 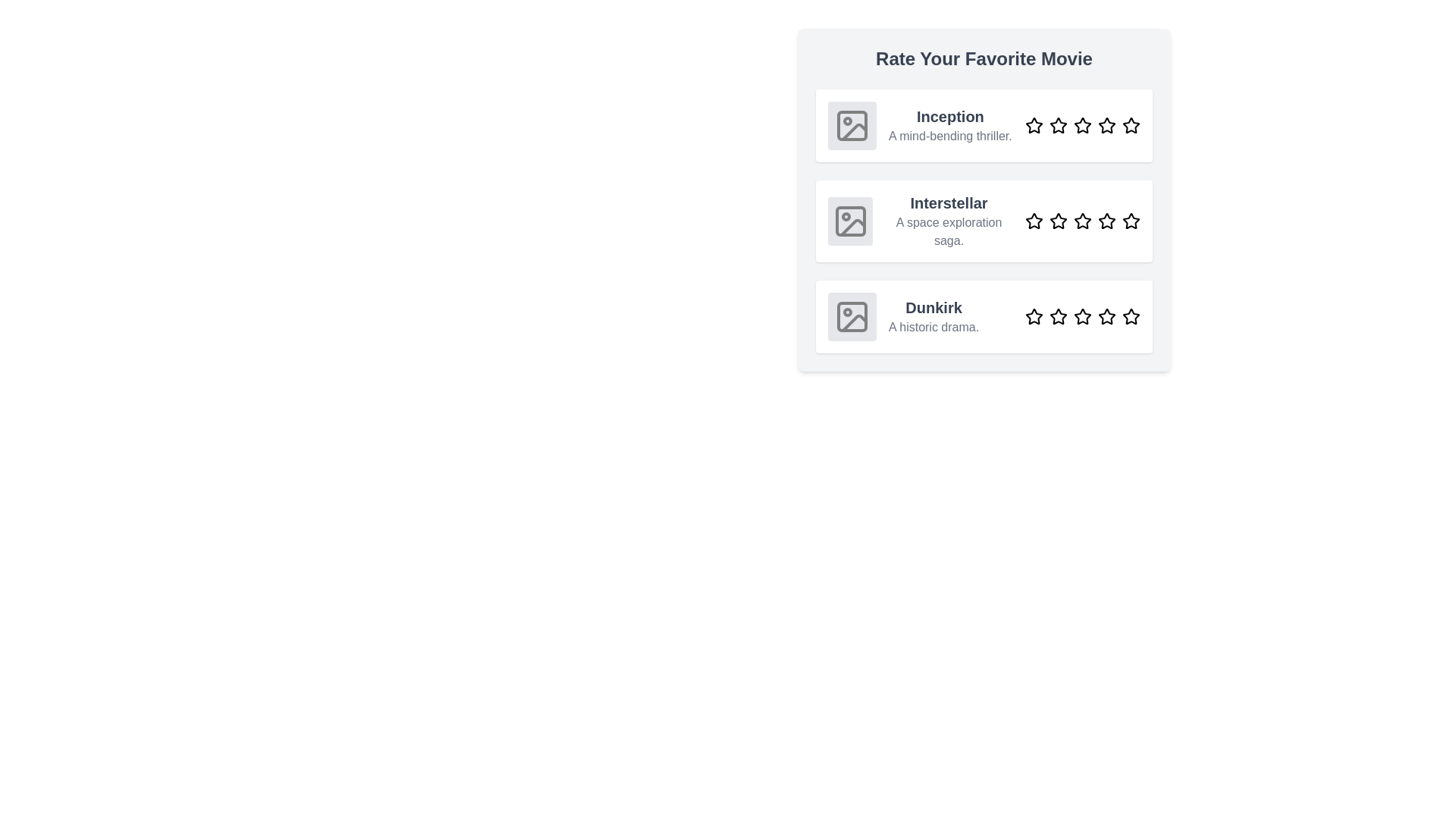 What do you see at coordinates (1106, 315) in the screenshot?
I see `the fourth star icon` at bounding box center [1106, 315].